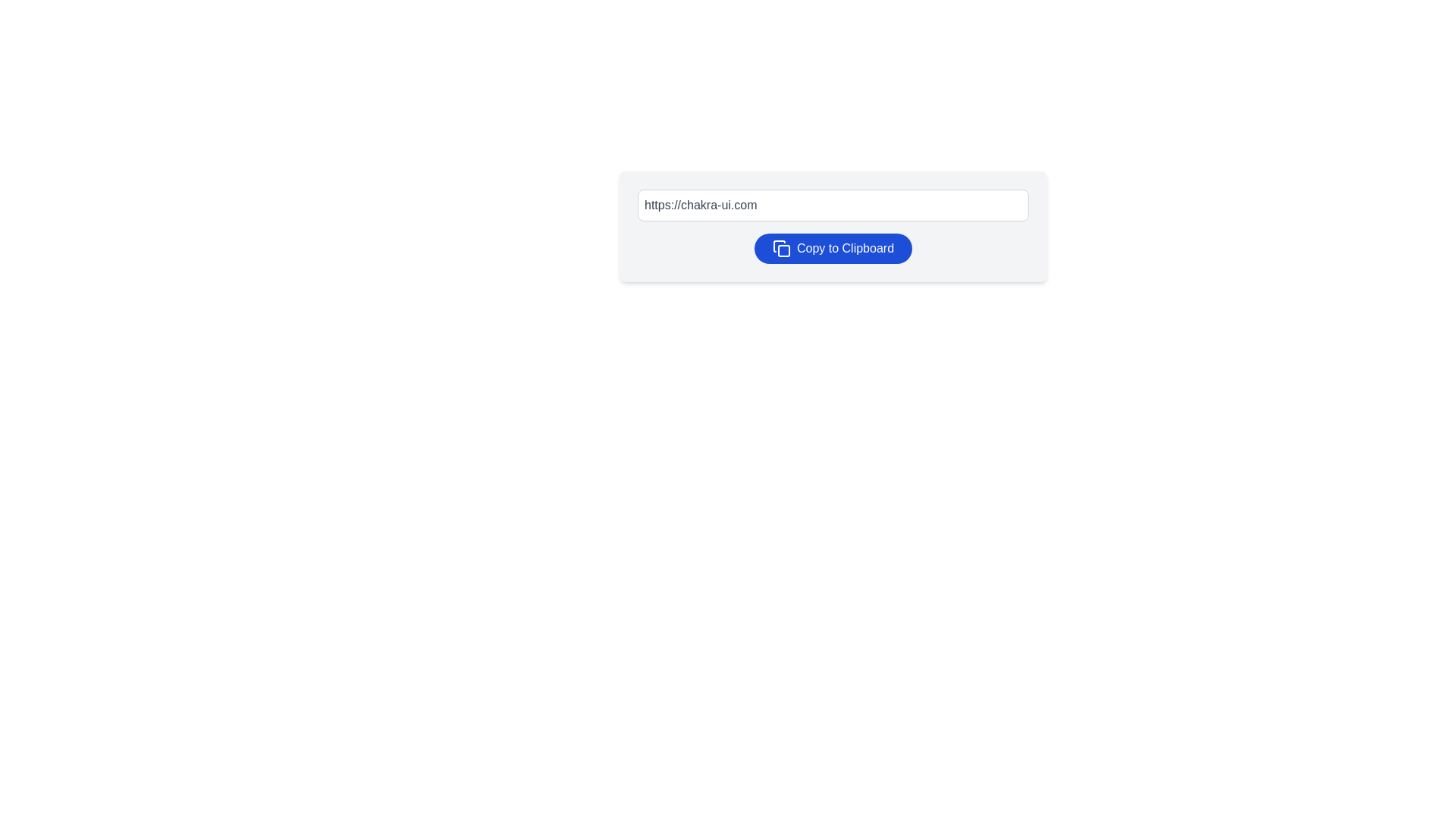 Image resolution: width=1456 pixels, height=819 pixels. Describe the element at coordinates (833, 247) in the screenshot. I see `the copy button located beneath the text input field, which triggers a visual effect` at that location.